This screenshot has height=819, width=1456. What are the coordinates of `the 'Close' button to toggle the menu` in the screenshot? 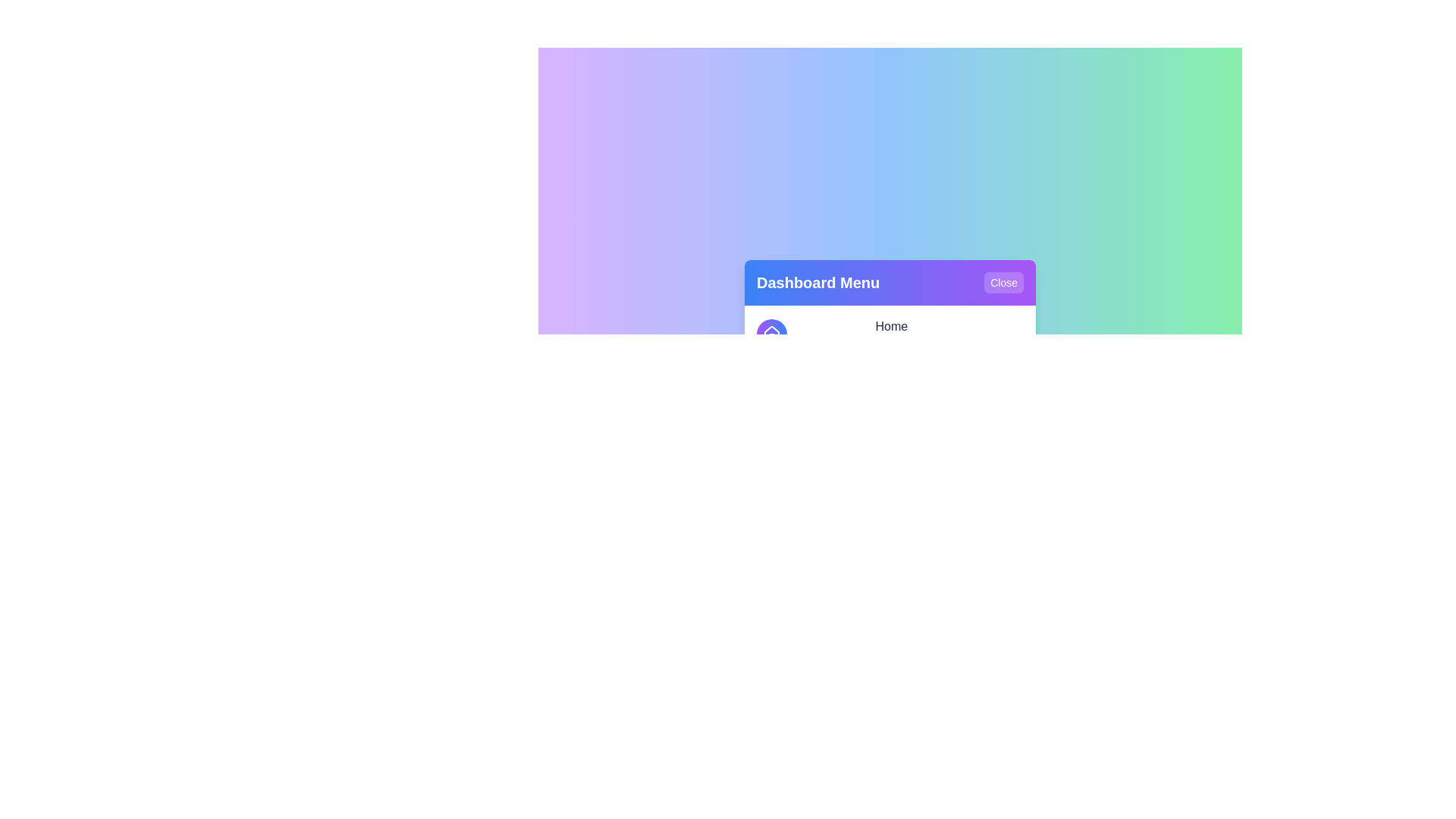 It's located at (1004, 283).